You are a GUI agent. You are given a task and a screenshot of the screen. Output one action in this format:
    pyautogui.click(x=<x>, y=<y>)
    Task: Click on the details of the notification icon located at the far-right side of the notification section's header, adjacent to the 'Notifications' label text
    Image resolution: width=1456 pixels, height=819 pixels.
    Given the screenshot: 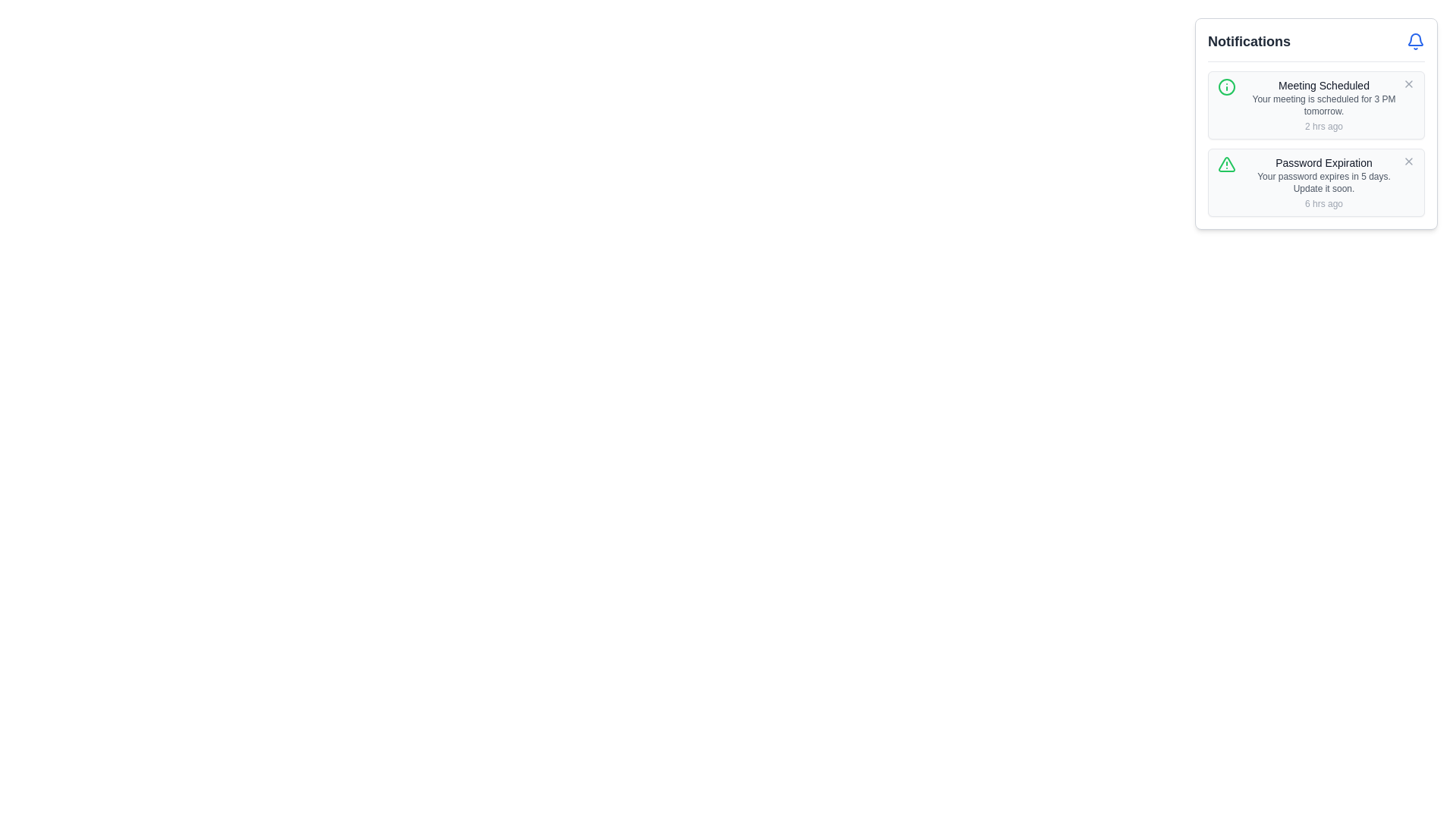 What is the action you would take?
    pyautogui.click(x=1415, y=40)
    